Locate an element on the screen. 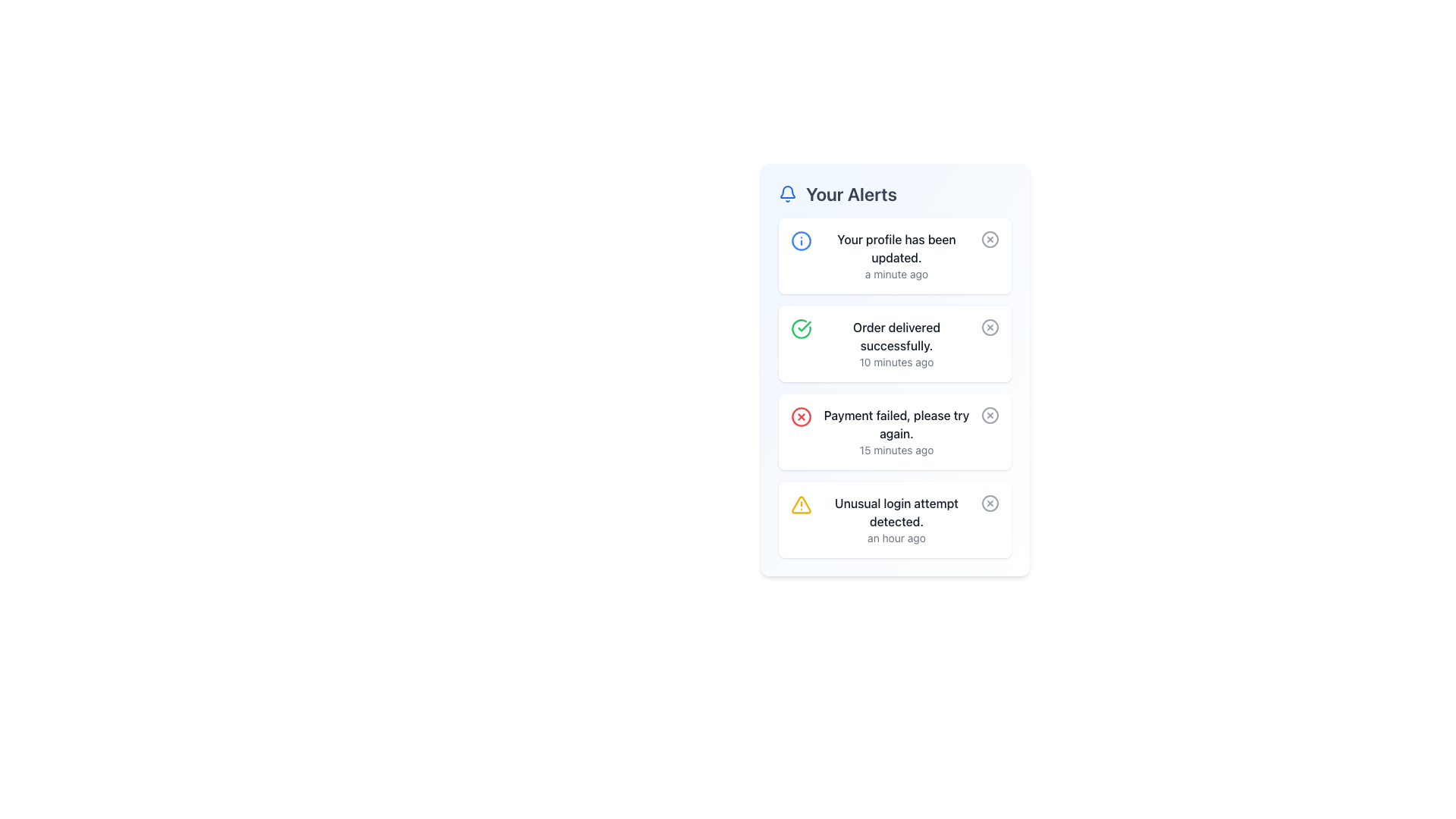  the text label that displays 'a minute ago', which is styled in a smaller font size and gray color, located under the message 'Your profile has been updated.' in the first notification card of the 'Your Alerts' sidebar is located at coordinates (896, 275).